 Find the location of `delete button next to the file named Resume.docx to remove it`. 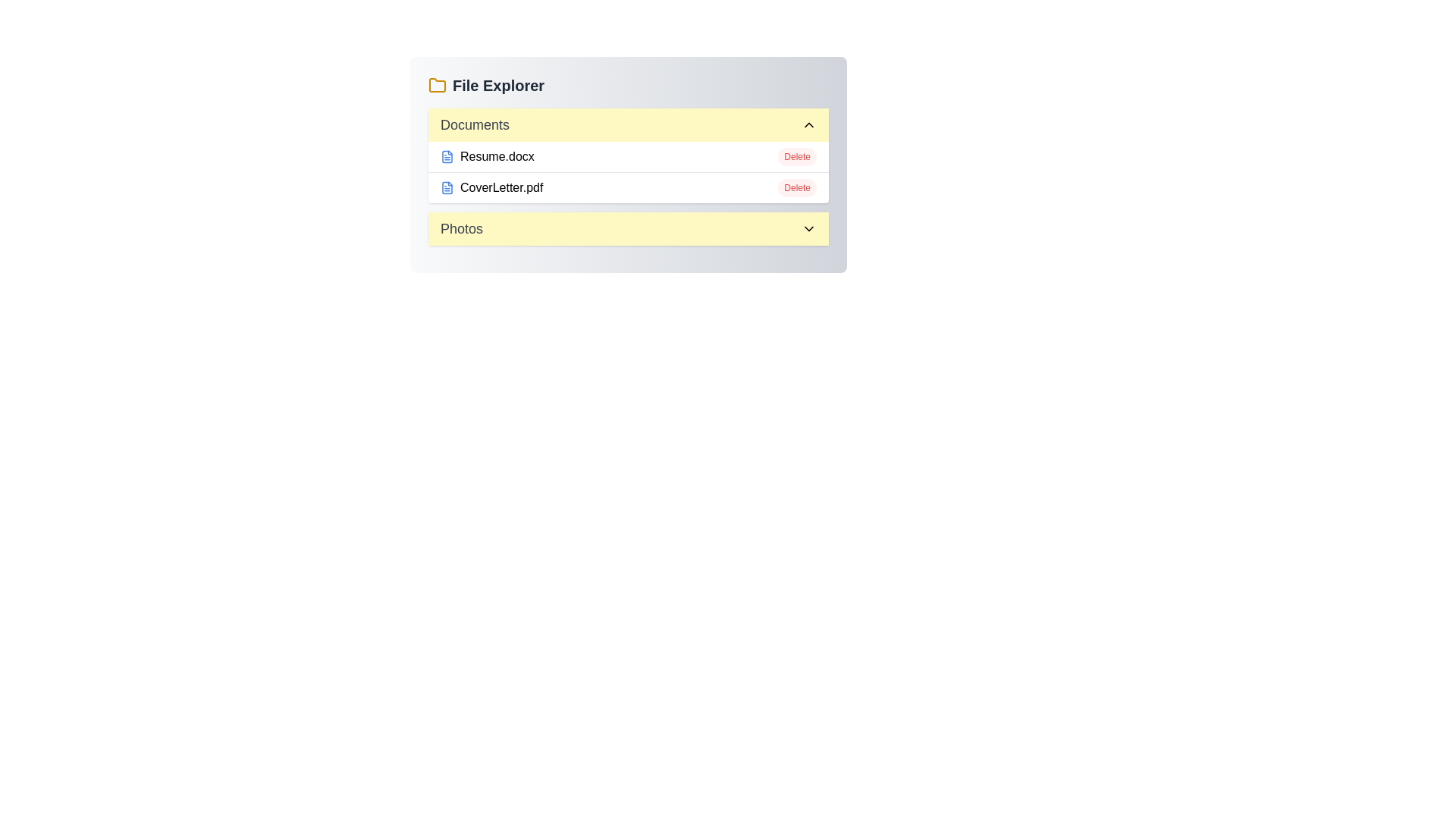

delete button next to the file named Resume.docx to remove it is located at coordinates (796, 157).